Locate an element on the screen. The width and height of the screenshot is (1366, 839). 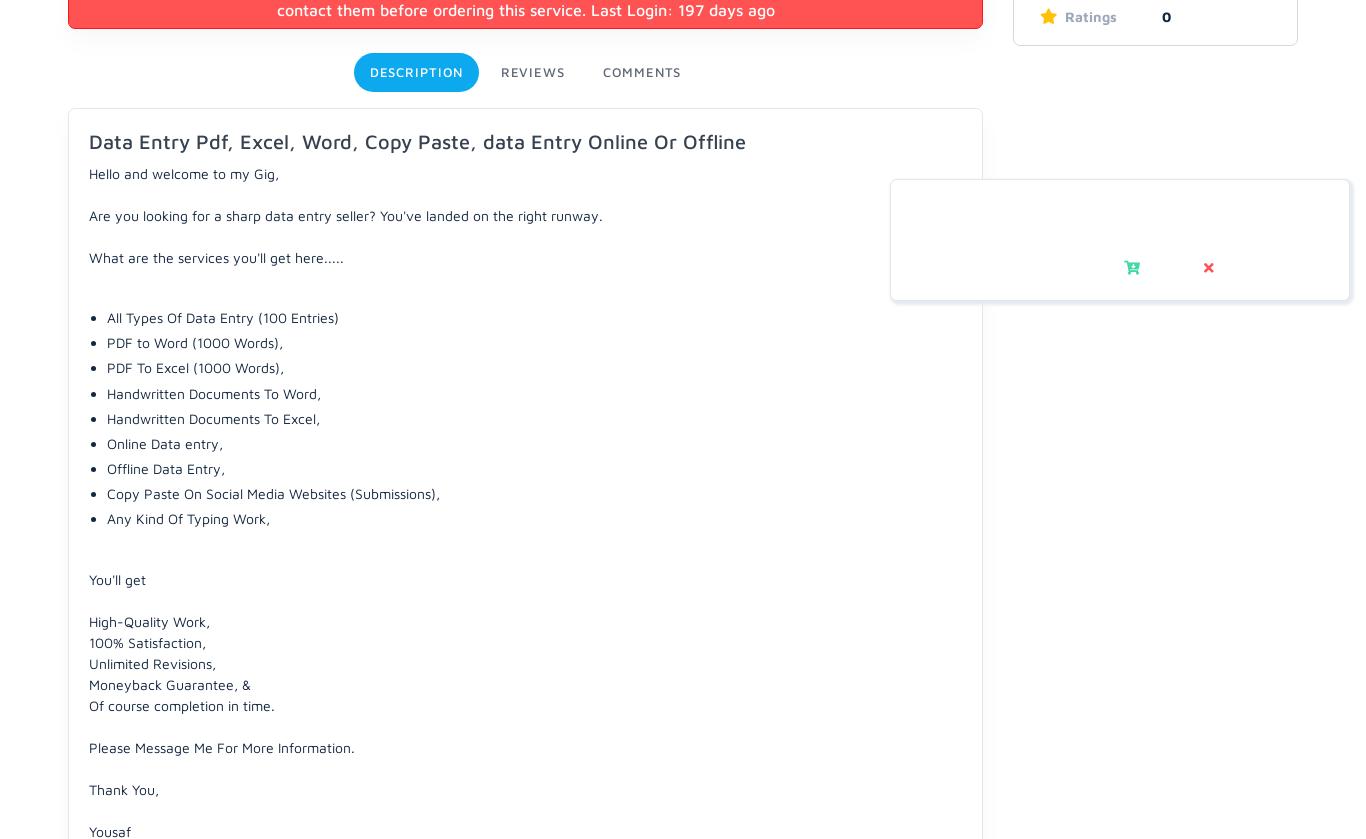
'100% Satisfaction,' is located at coordinates (146, 640).